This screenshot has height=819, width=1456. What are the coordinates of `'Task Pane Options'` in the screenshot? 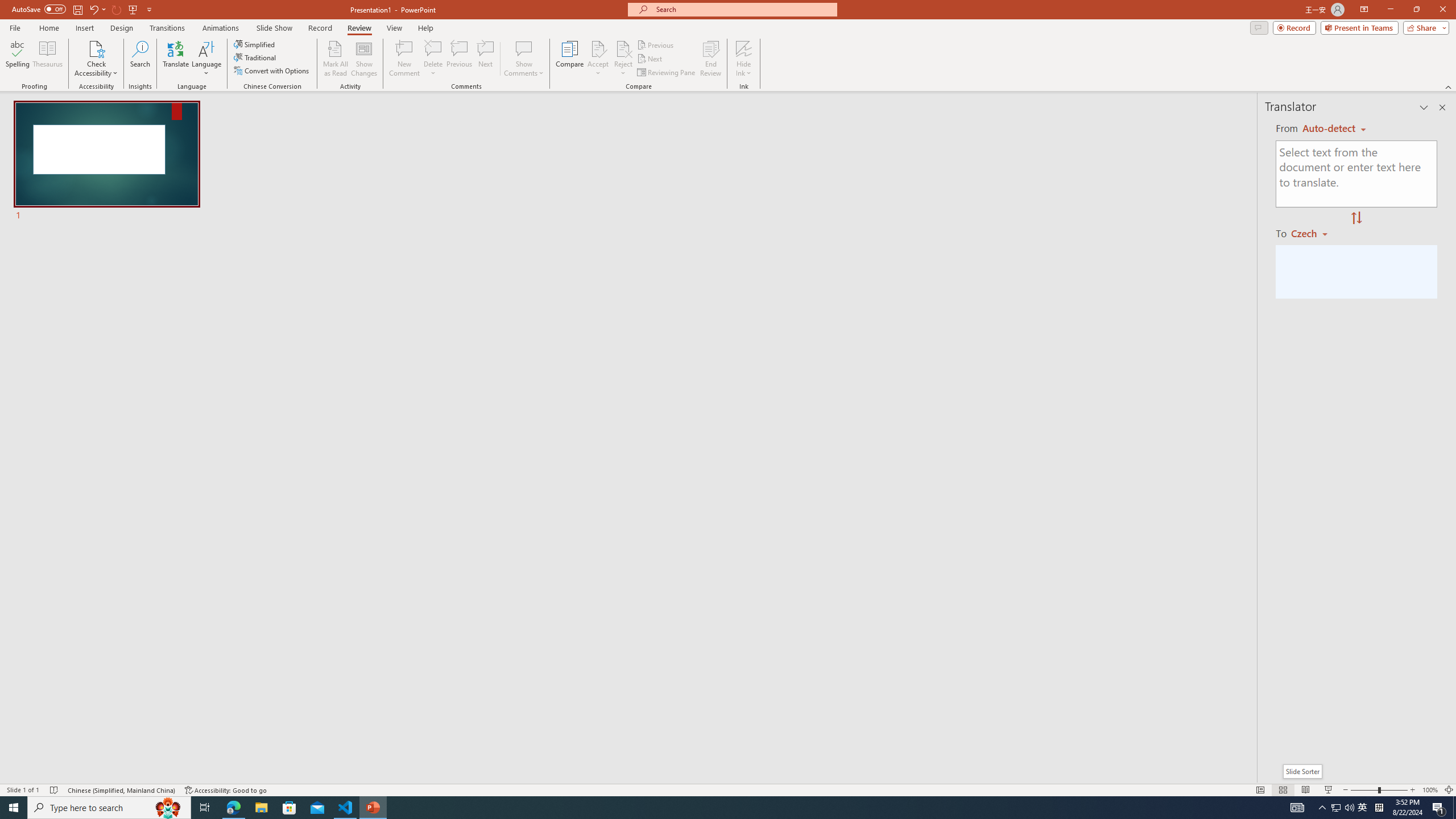 It's located at (1423, 107).